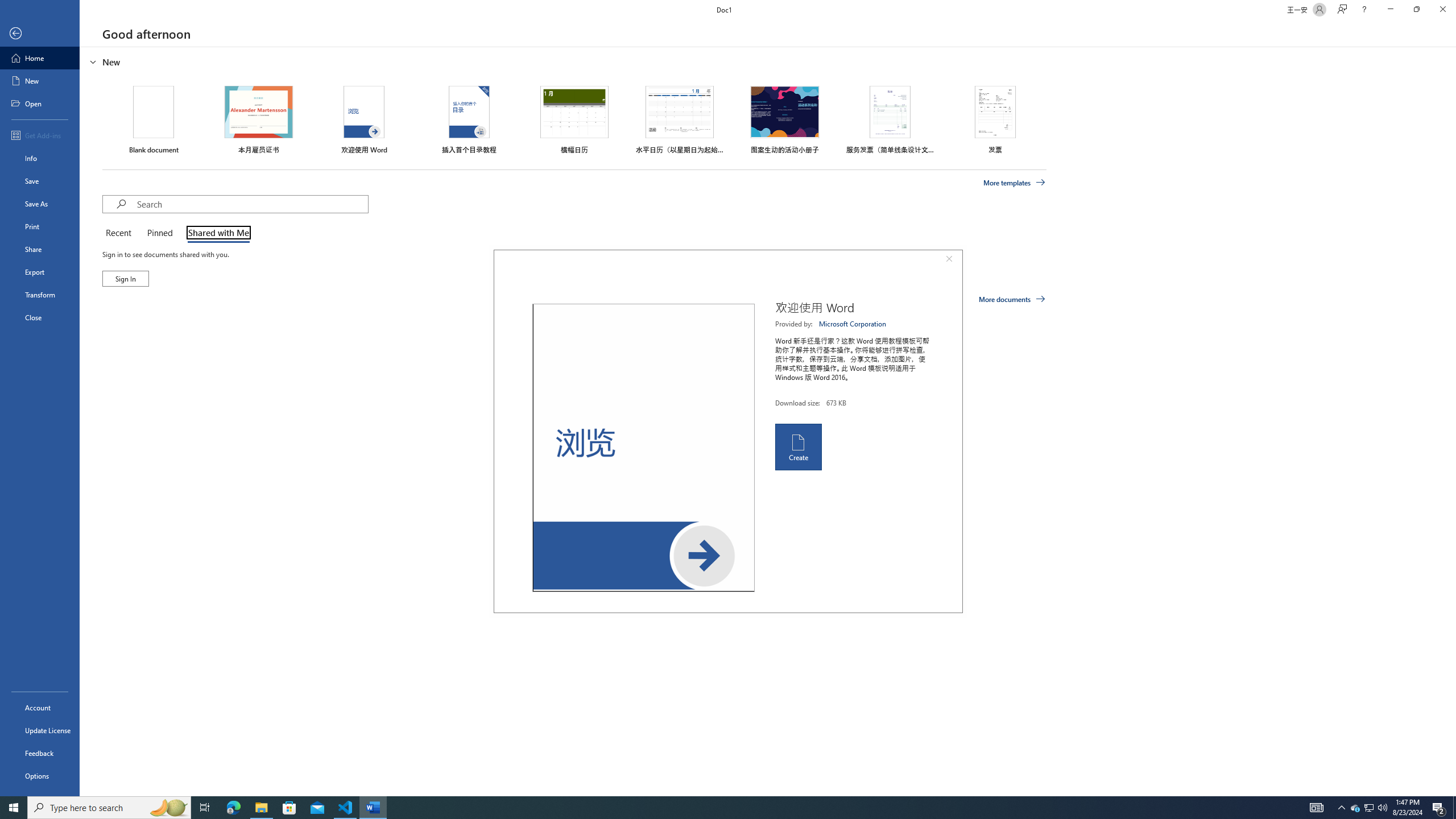  What do you see at coordinates (1451, 421) in the screenshot?
I see `'Class: NetUIScrollBar'` at bounding box center [1451, 421].